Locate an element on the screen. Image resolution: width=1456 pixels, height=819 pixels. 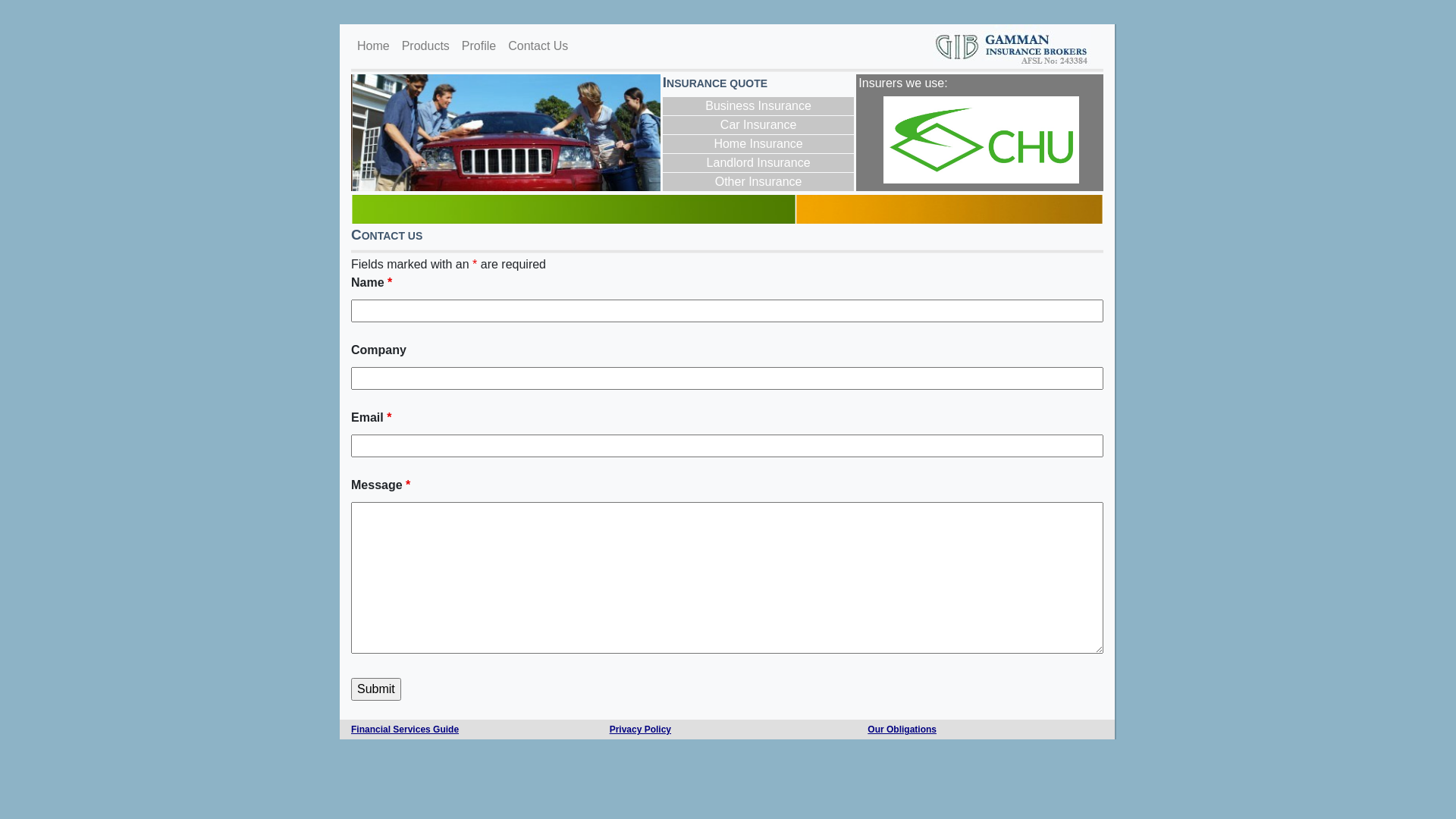
'Privacy Policy' is located at coordinates (640, 728).